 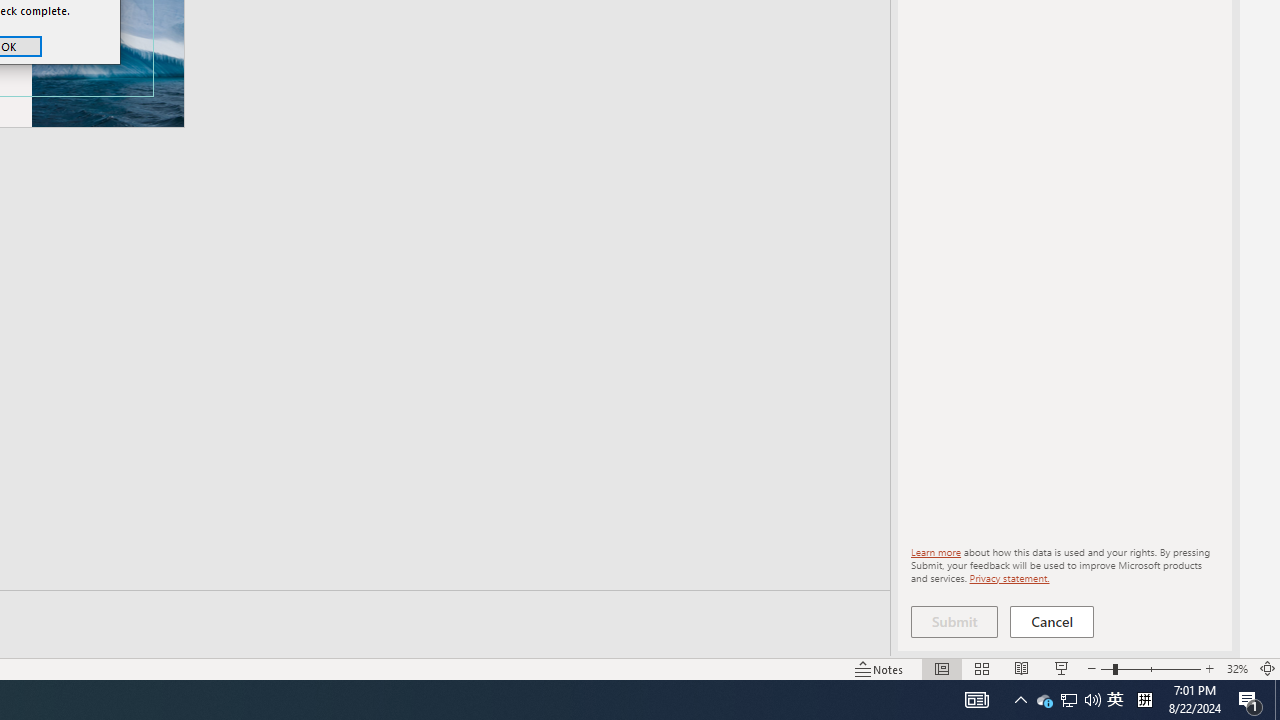 What do you see at coordinates (1144, 698) in the screenshot?
I see `'Tray Input Indicator - Chinese (Simplified, China)'` at bounding box center [1144, 698].